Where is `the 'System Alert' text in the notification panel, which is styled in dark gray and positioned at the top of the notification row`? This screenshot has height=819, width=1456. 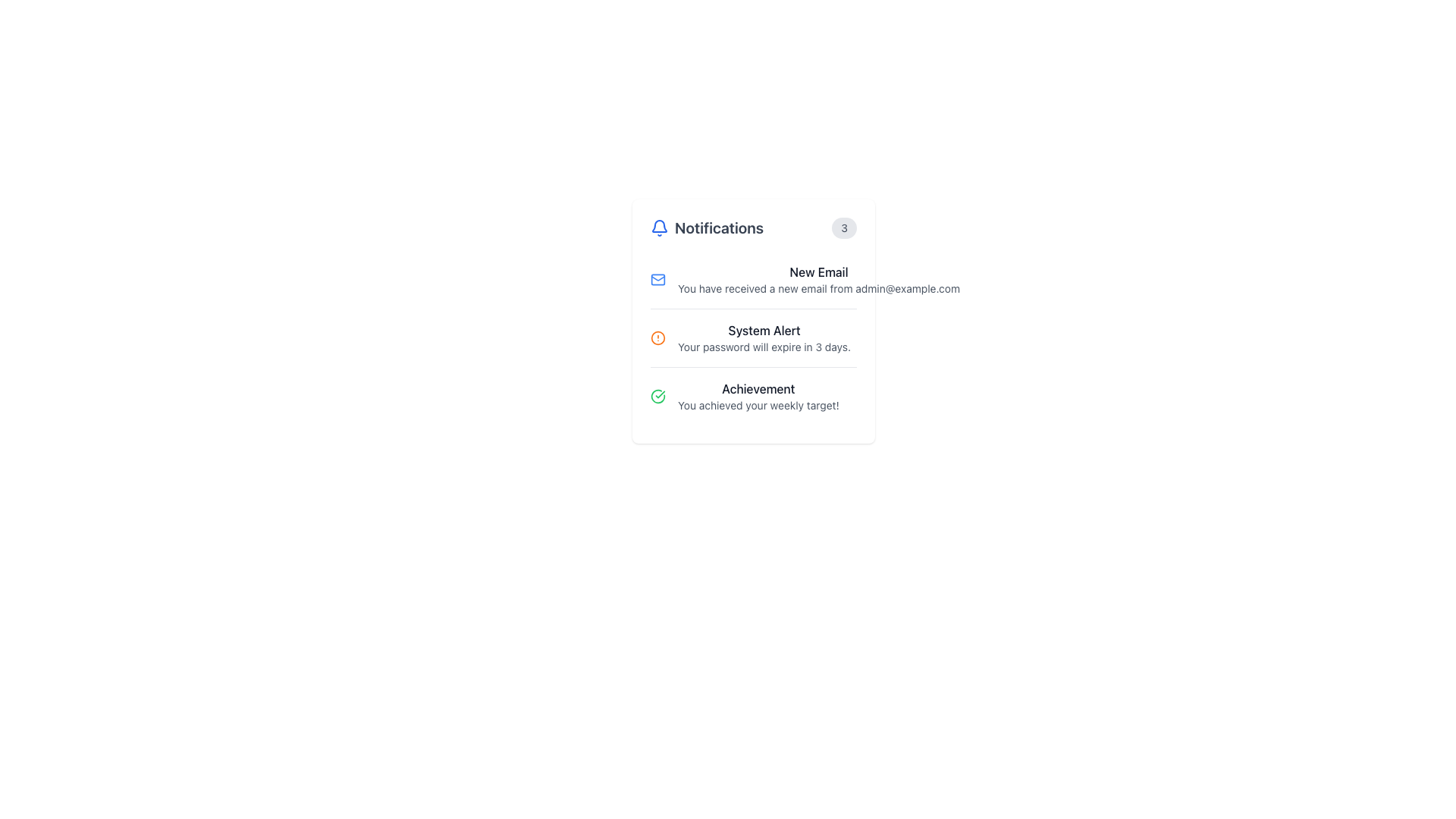
the 'System Alert' text in the notification panel, which is styled in dark gray and positioned at the top of the notification row is located at coordinates (764, 329).